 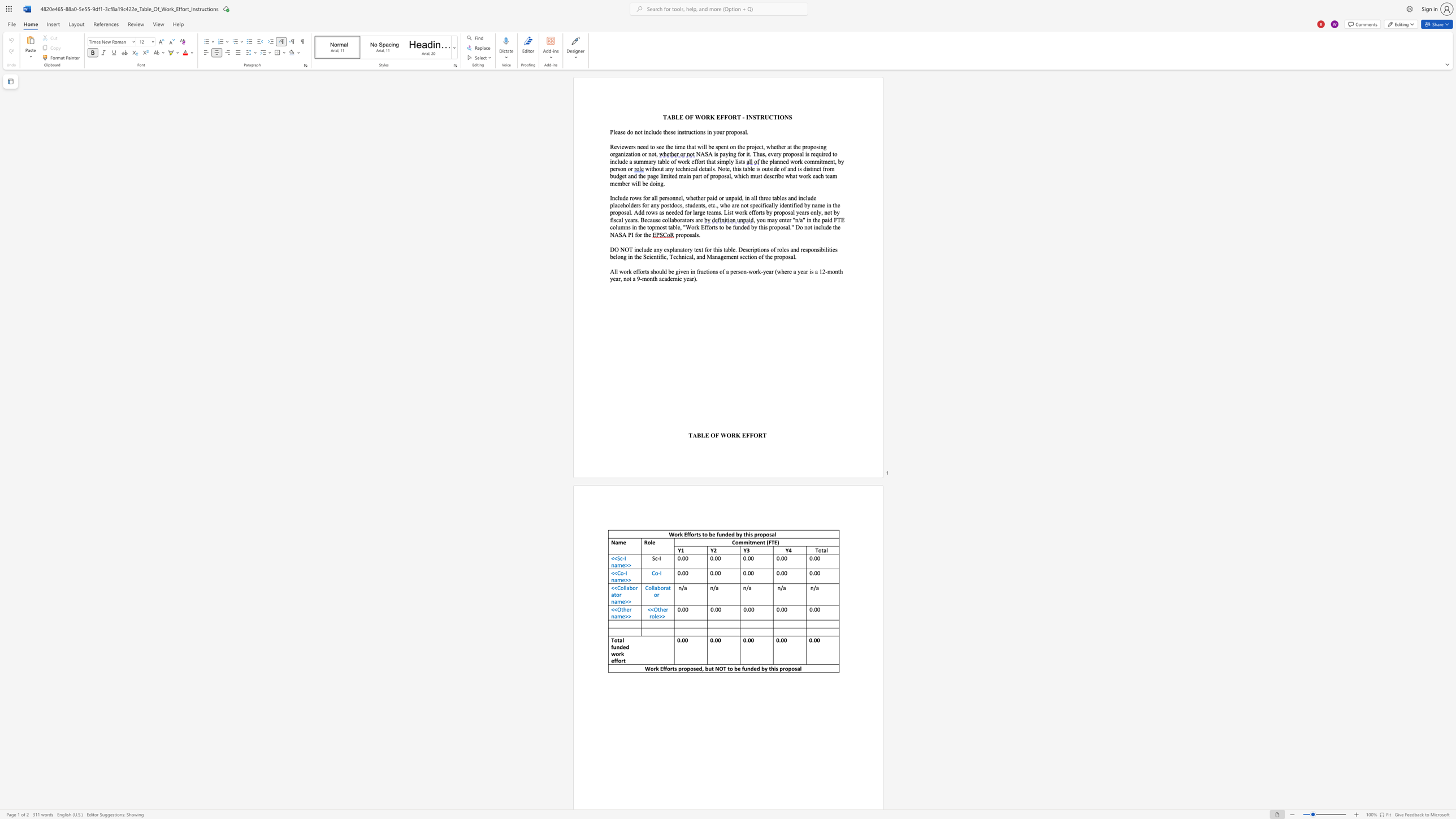 What do you see at coordinates (684, 161) in the screenshot?
I see `the subset text "rk effort tha" within the text "to include a summary table of work effort that simply lists"` at bounding box center [684, 161].